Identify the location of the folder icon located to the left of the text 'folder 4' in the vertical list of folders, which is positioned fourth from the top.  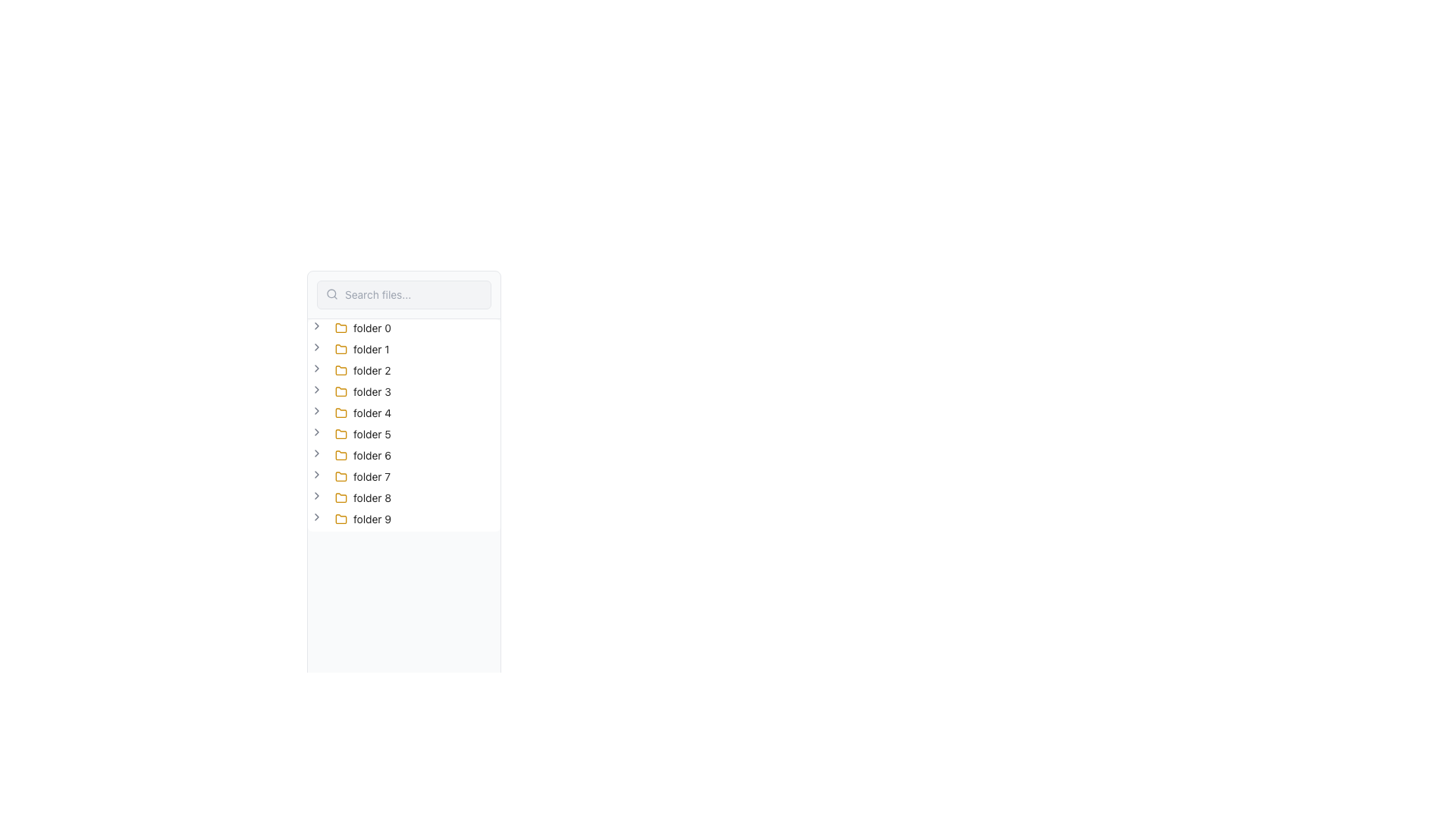
(340, 413).